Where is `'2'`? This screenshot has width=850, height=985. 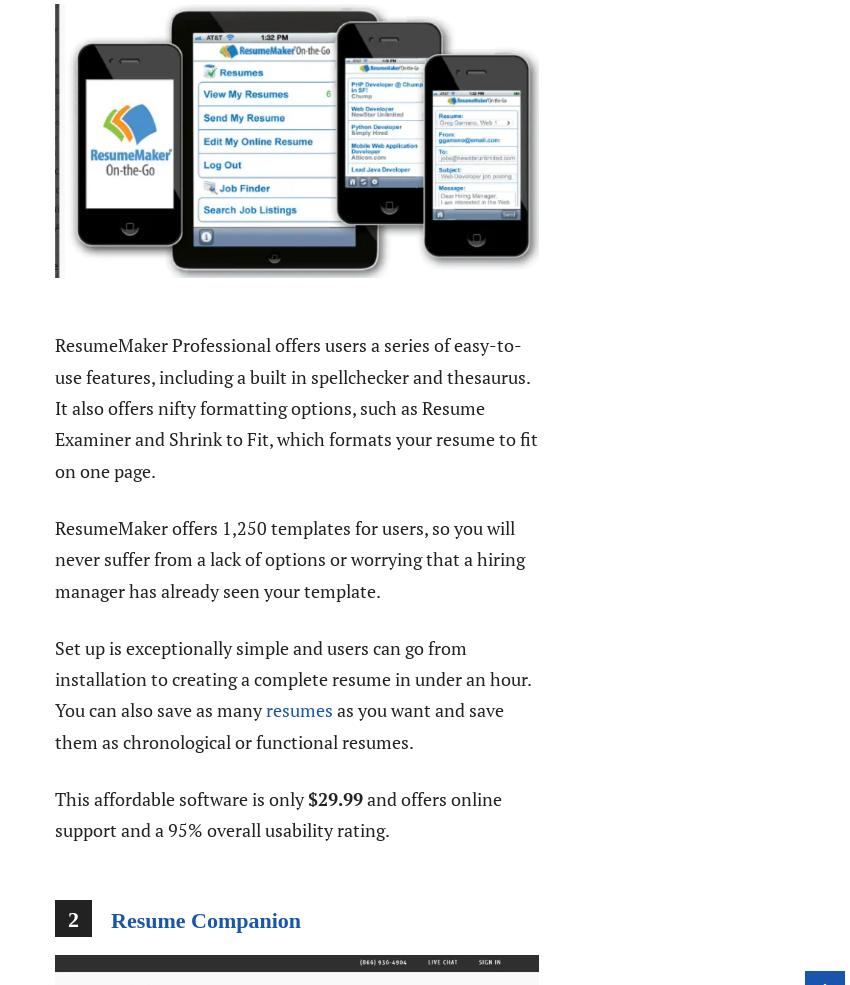
'2' is located at coordinates (73, 918).